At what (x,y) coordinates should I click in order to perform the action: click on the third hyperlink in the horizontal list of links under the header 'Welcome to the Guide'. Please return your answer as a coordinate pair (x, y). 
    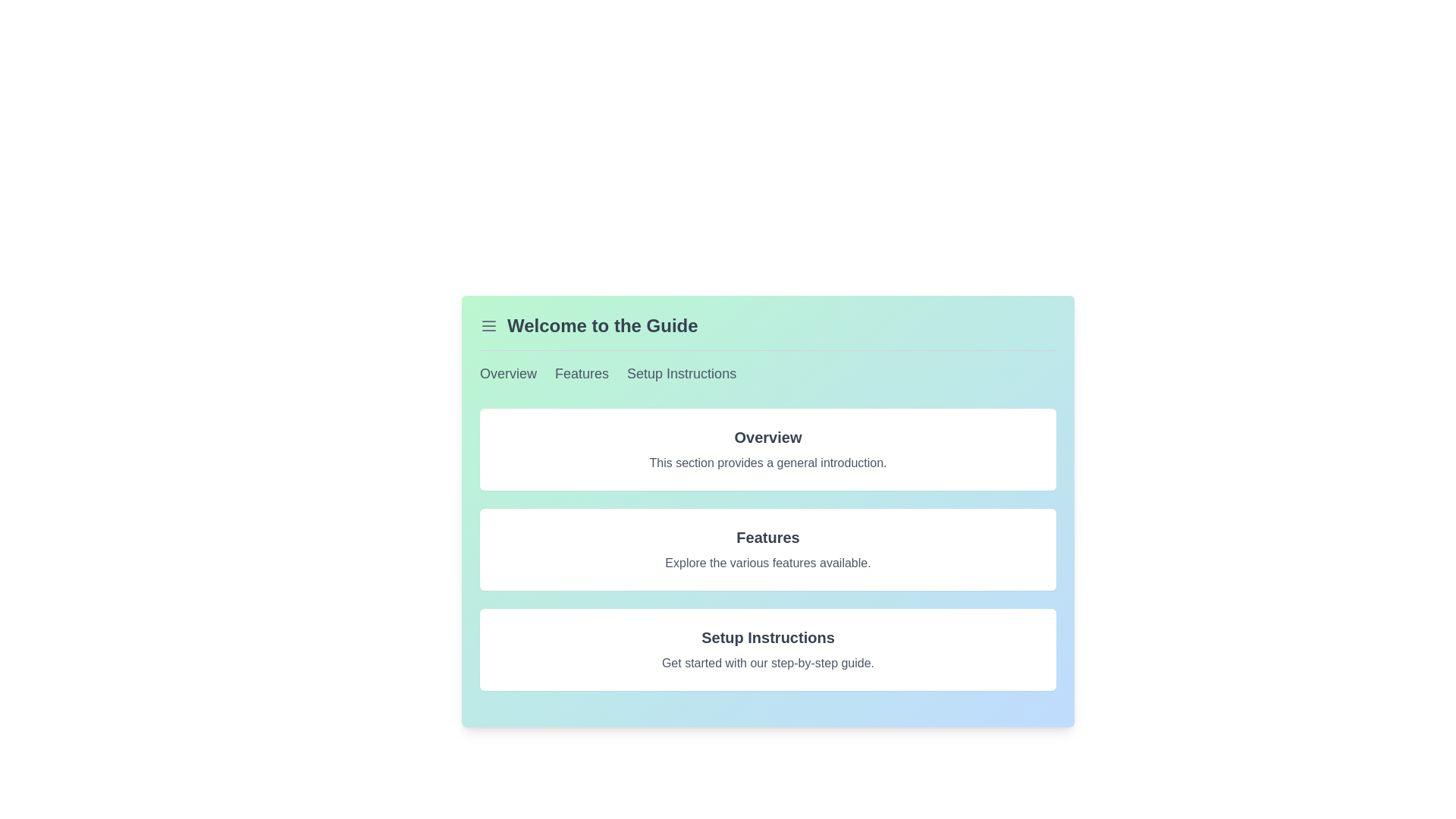
    Looking at the image, I should click on (681, 374).